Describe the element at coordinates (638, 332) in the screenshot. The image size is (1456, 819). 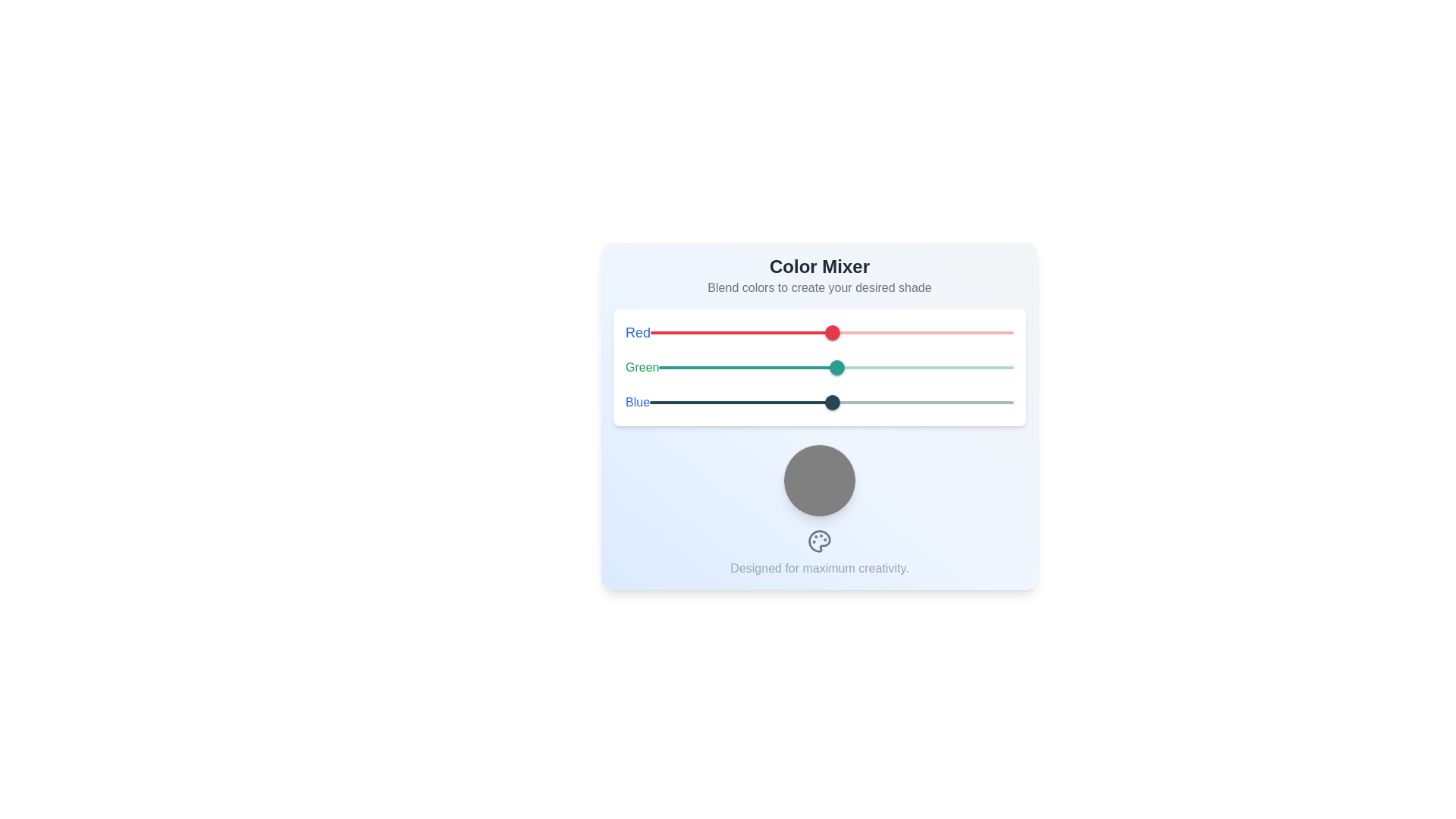
I see `the text label reading 'Red', which is styled in bold blue font and serves as a title for its section` at that location.